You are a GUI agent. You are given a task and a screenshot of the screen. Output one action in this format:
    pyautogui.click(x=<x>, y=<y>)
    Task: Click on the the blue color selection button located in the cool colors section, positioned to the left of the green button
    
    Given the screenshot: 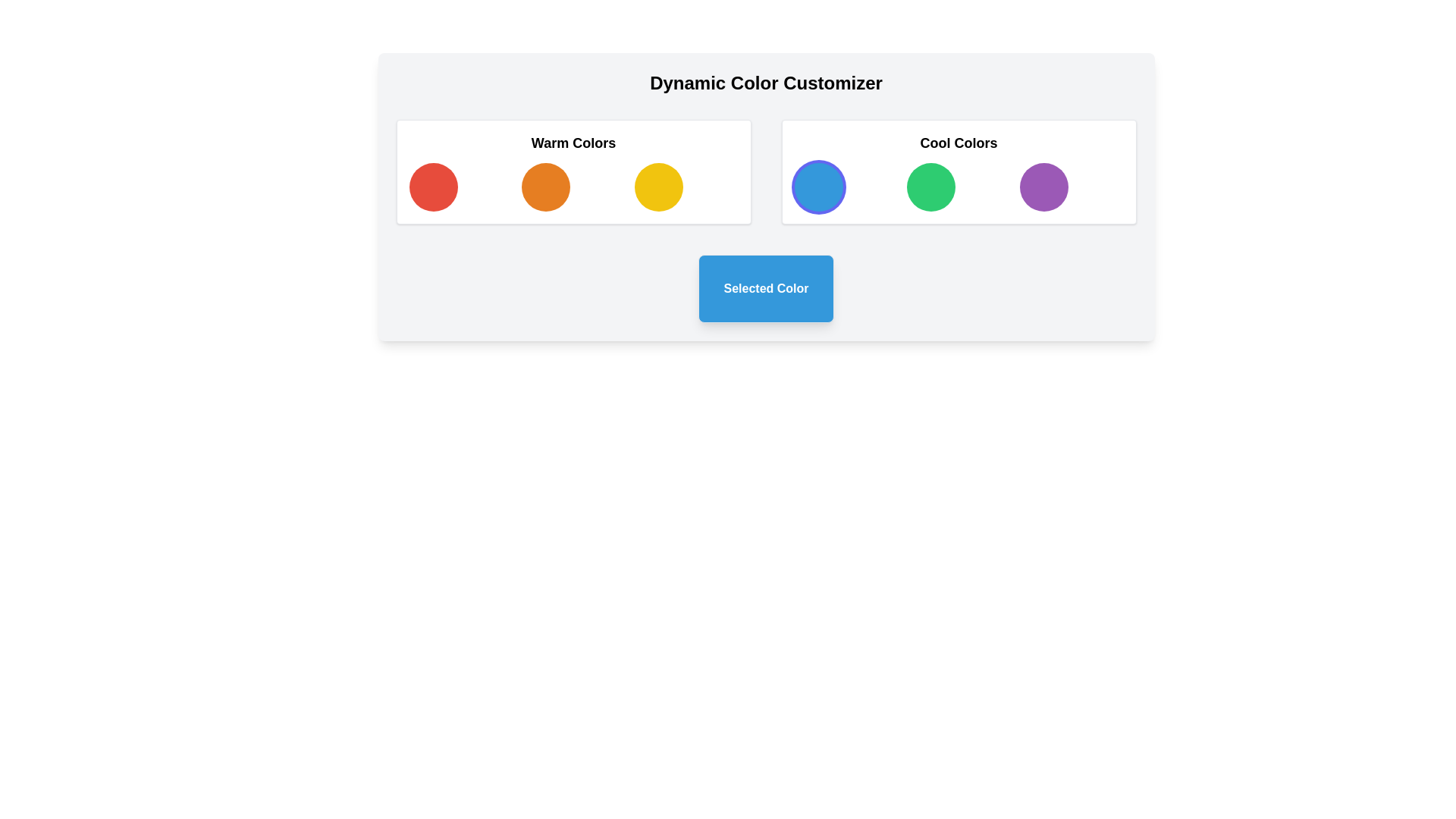 What is the action you would take?
    pyautogui.click(x=817, y=186)
    